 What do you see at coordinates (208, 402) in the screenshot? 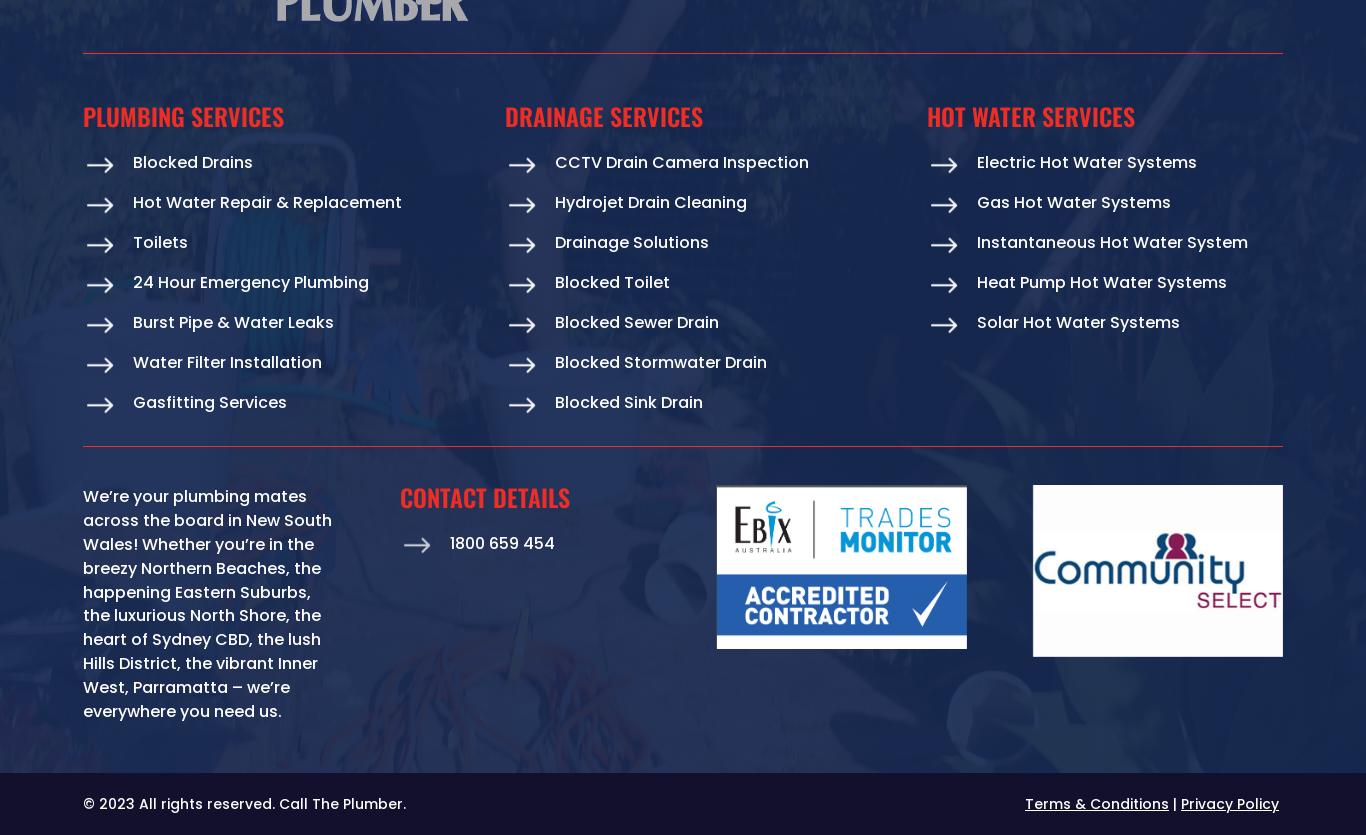
I see `'Gasfitting Services'` at bounding box center [208, 402].